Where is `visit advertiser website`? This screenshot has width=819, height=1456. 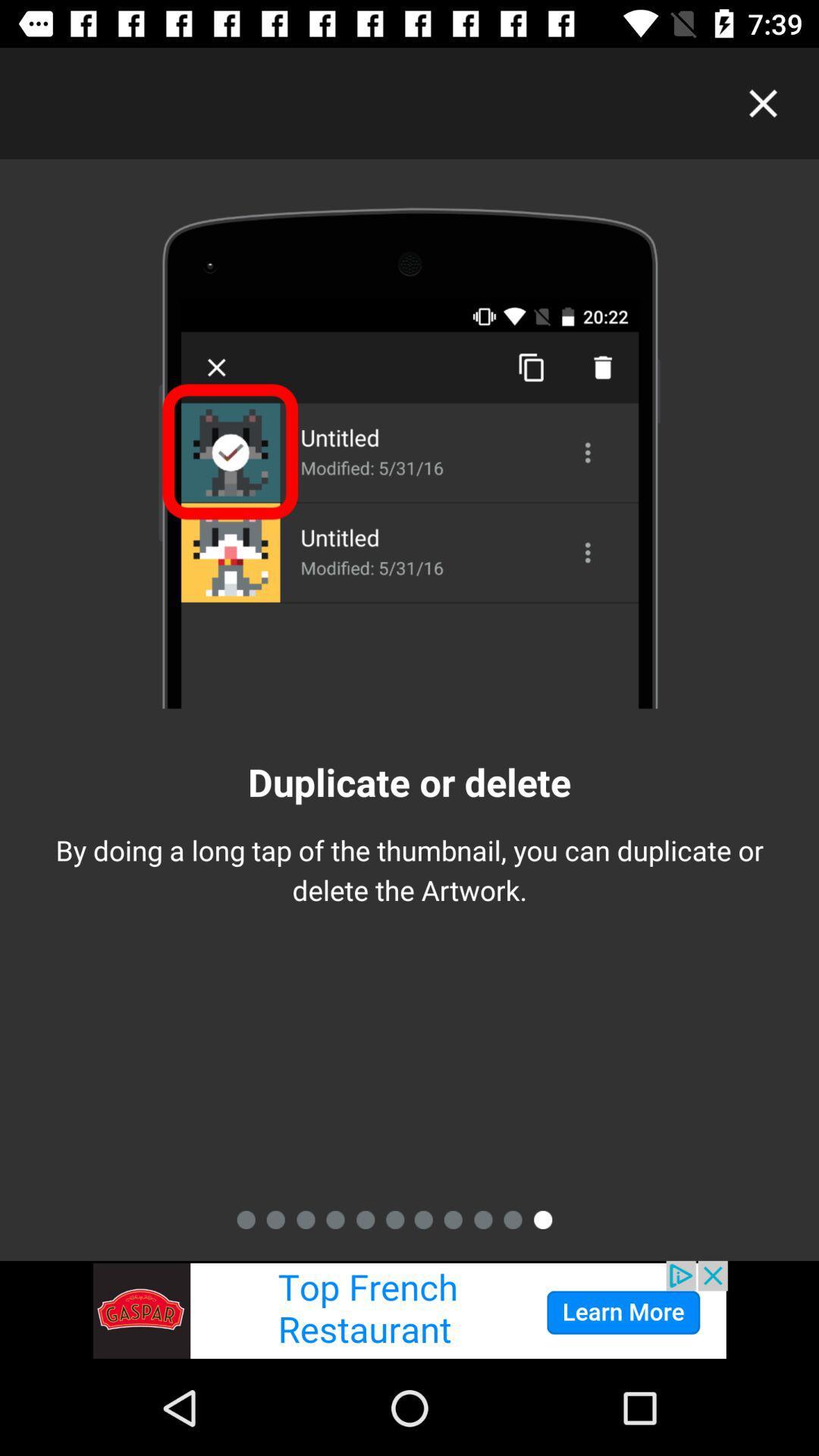 visit advertiser website is located at coordinates (409, 1310).